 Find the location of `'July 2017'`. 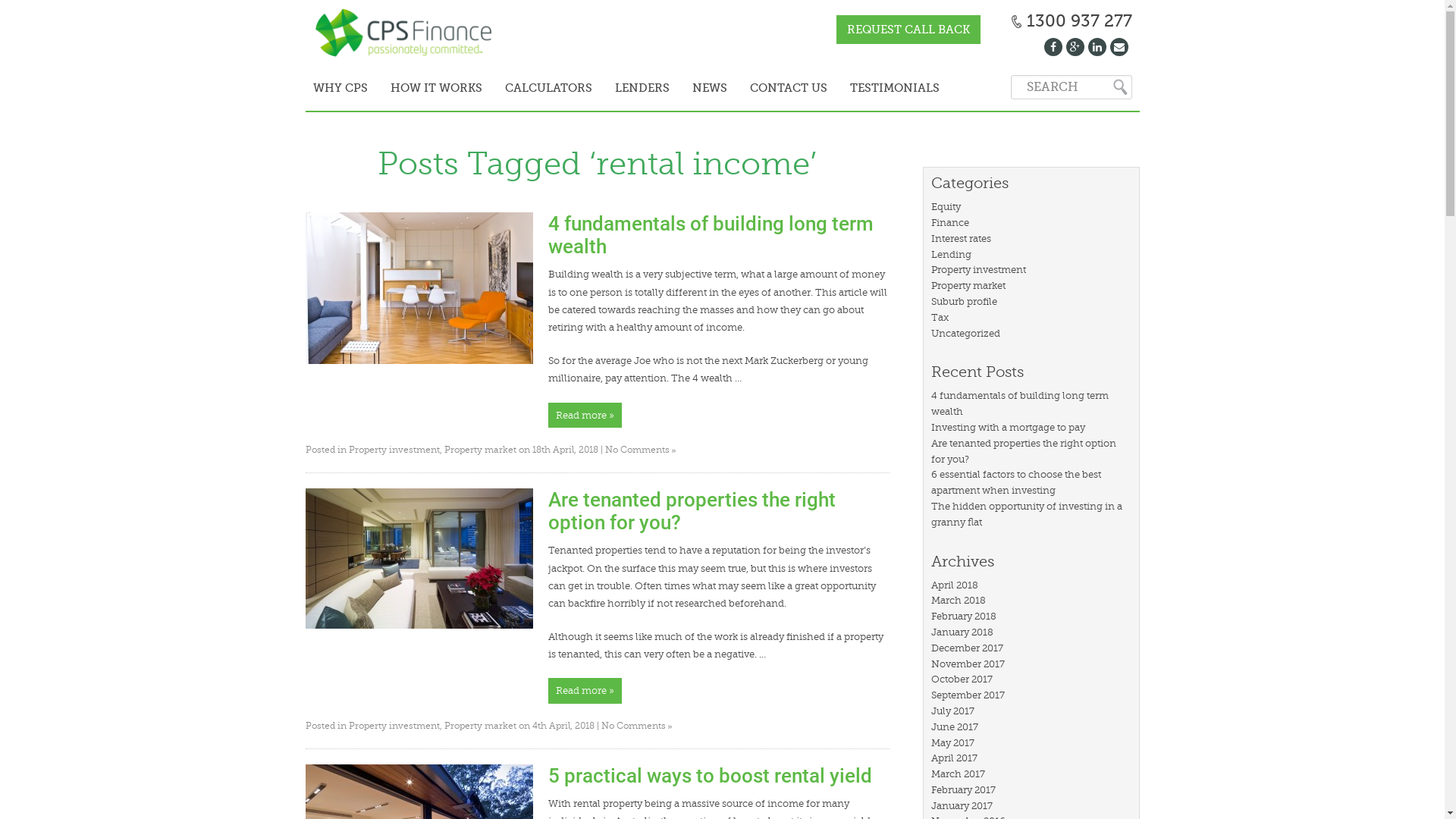

'July 2017' is located at coordinates (952, 711).